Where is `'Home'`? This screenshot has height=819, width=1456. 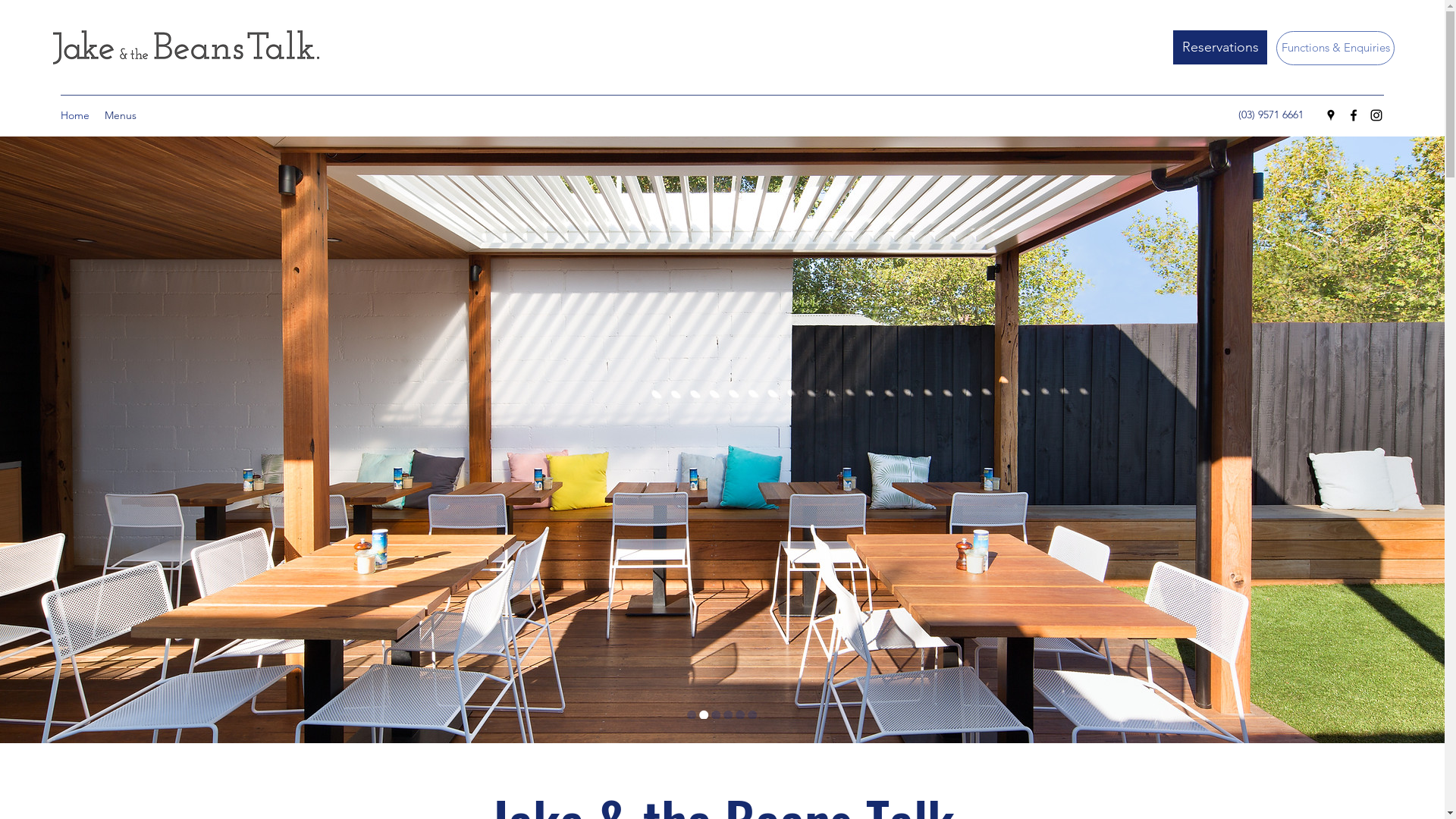 'Home' is located at coordinates (74, 114).